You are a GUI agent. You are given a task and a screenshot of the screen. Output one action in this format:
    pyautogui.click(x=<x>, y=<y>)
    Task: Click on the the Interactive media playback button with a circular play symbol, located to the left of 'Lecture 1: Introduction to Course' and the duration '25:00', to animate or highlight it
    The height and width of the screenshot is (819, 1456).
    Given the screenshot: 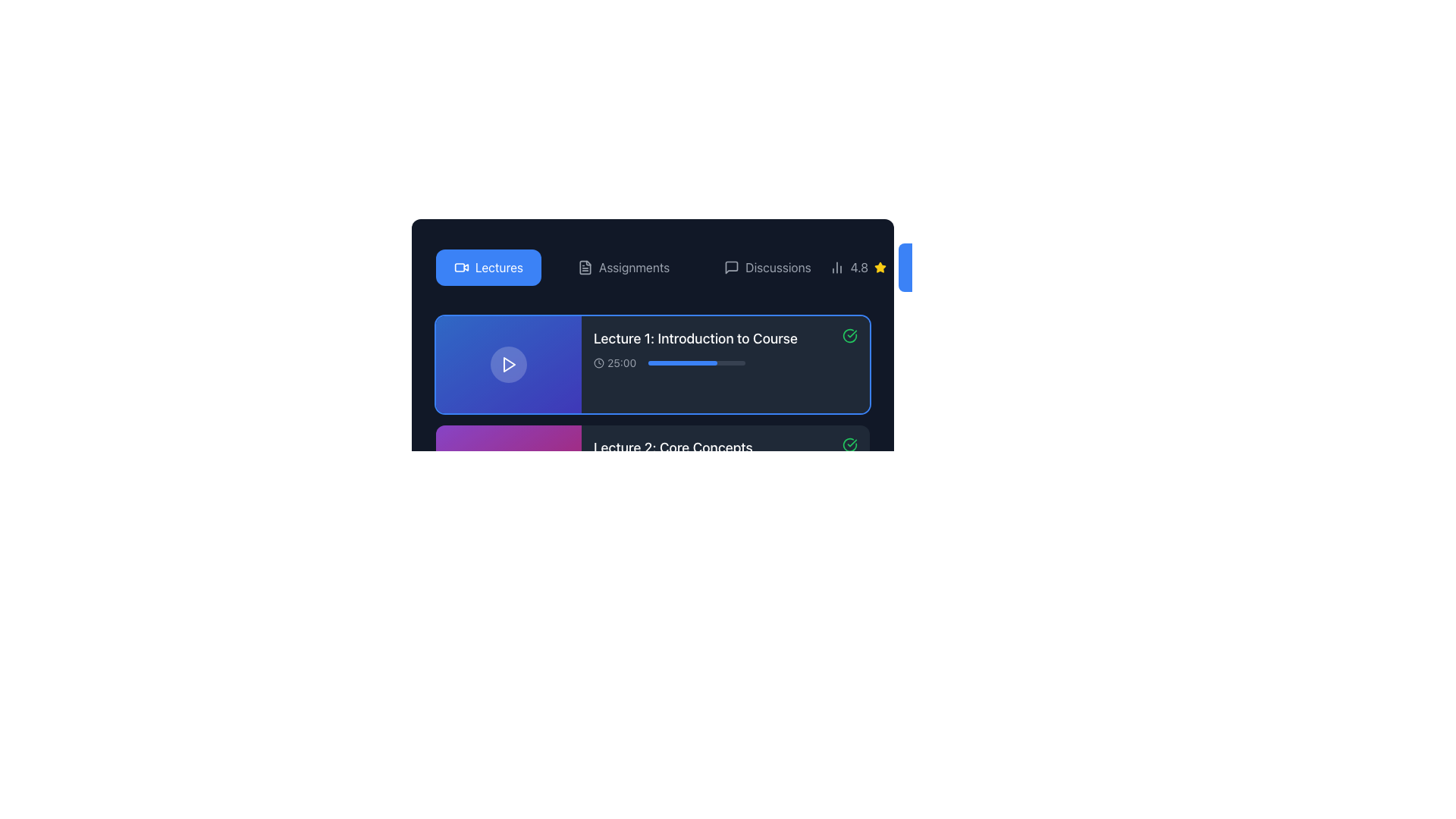 What is the action you would take?
    pyautogui.click(x=509, y=365)
    